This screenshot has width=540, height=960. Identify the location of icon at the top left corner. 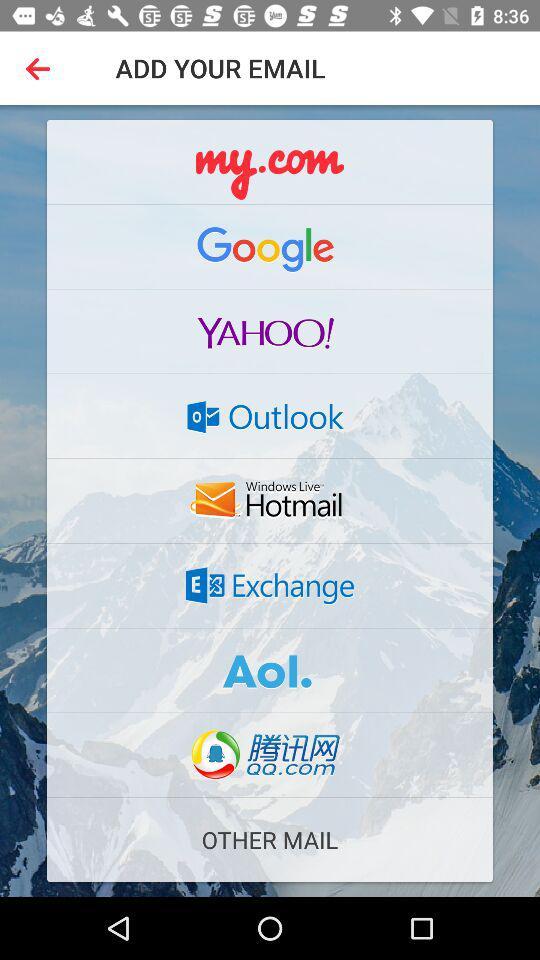
(42, 68).